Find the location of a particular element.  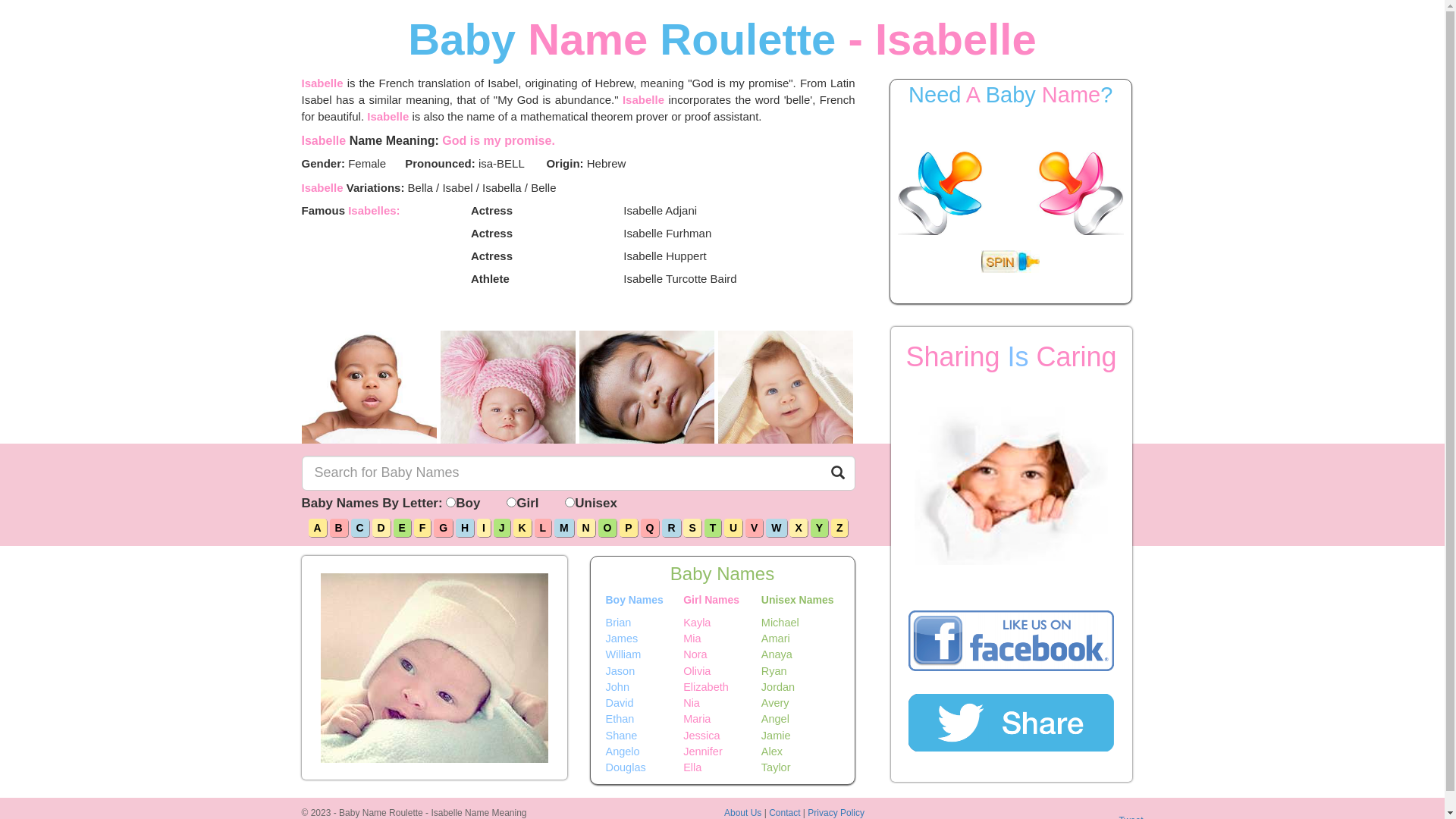

'Elizabeth' is located at coordinates (721, 687).